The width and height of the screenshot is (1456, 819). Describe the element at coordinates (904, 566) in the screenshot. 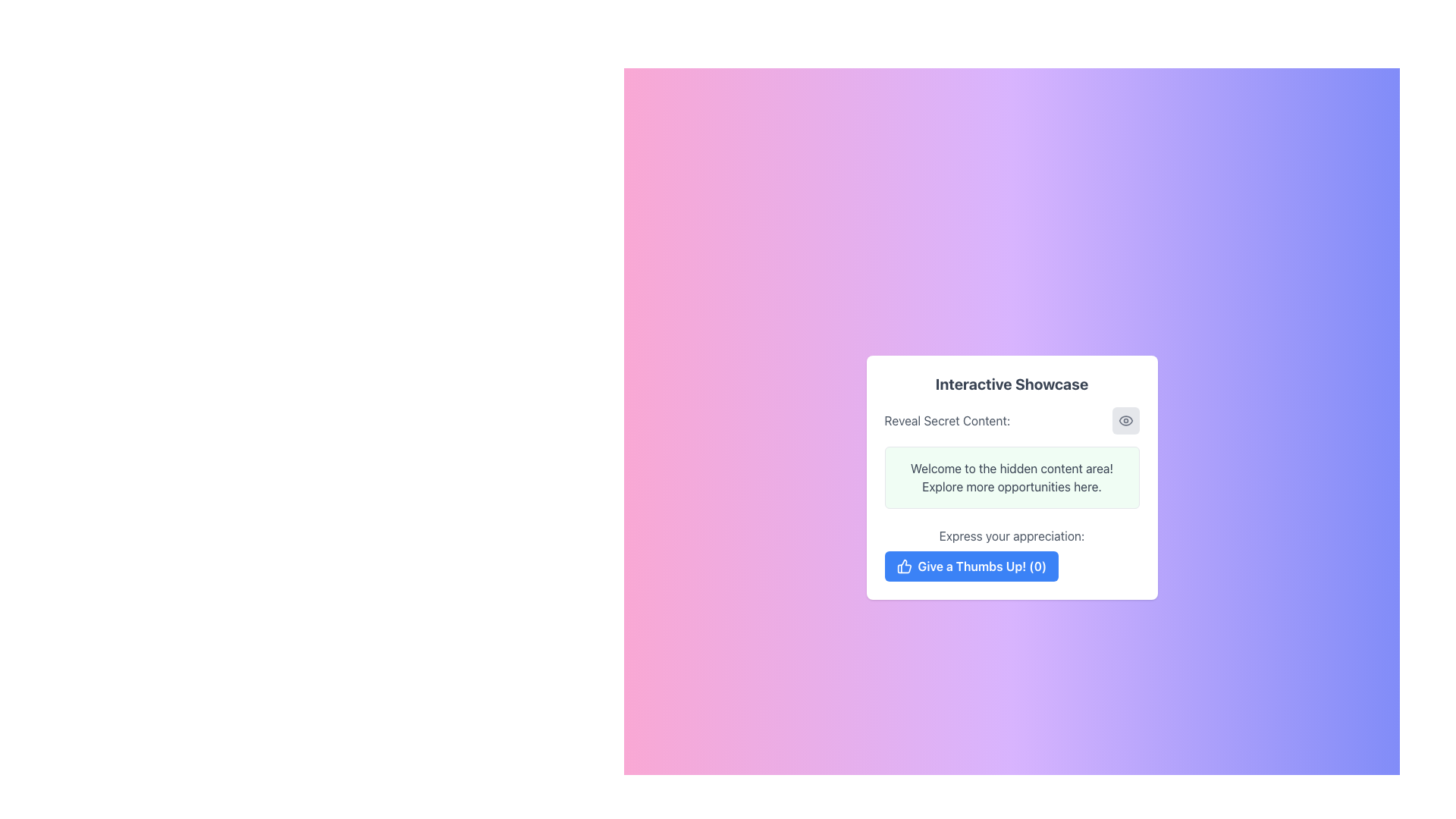

I see `the thumbs-up icon, which is the leftmost component of the button labeled 'Give a Thumbs Up! (0)' located at the bottom of the card` at that location.